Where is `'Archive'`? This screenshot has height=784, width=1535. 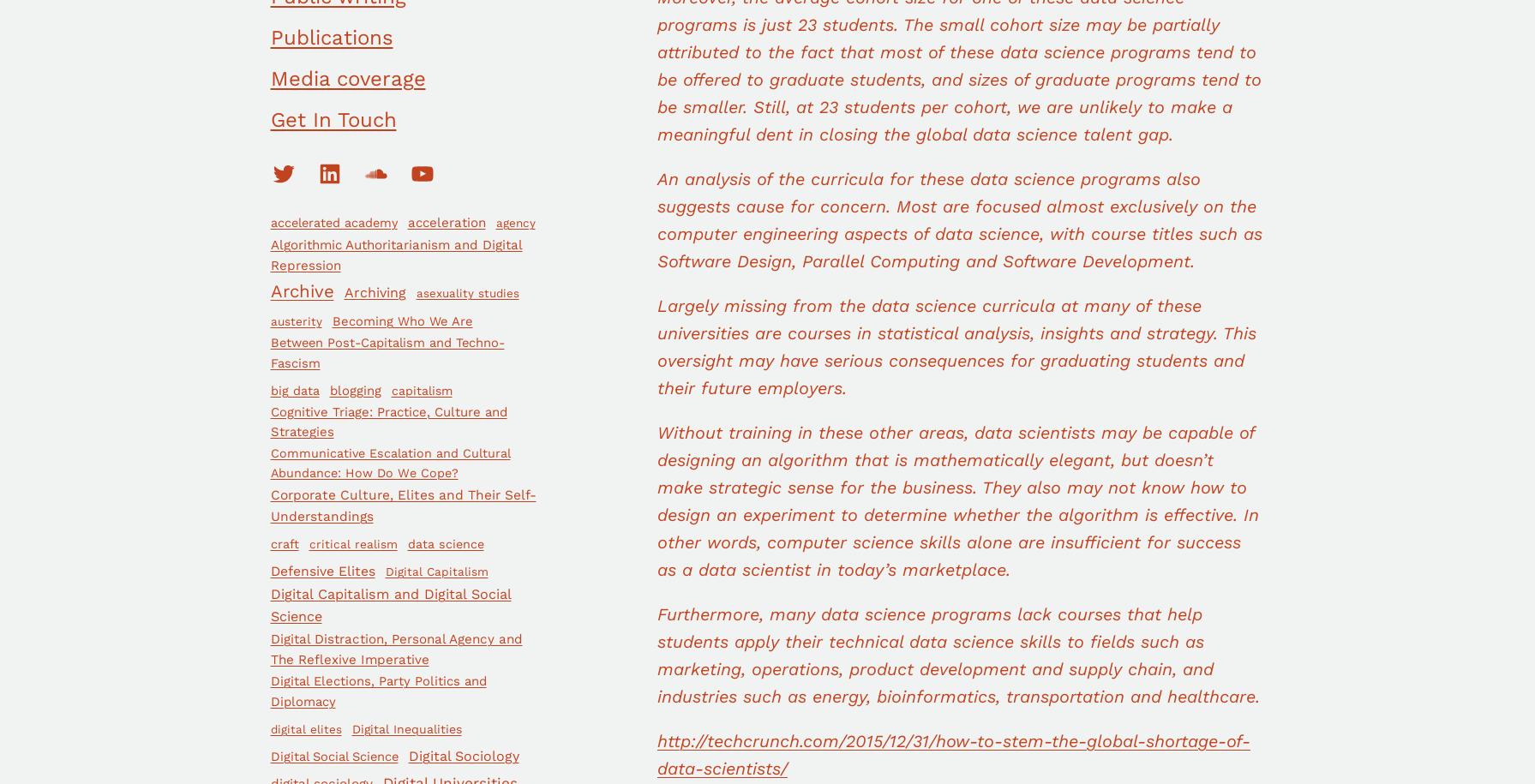
'Archive' is located at coordinates (301, 291).